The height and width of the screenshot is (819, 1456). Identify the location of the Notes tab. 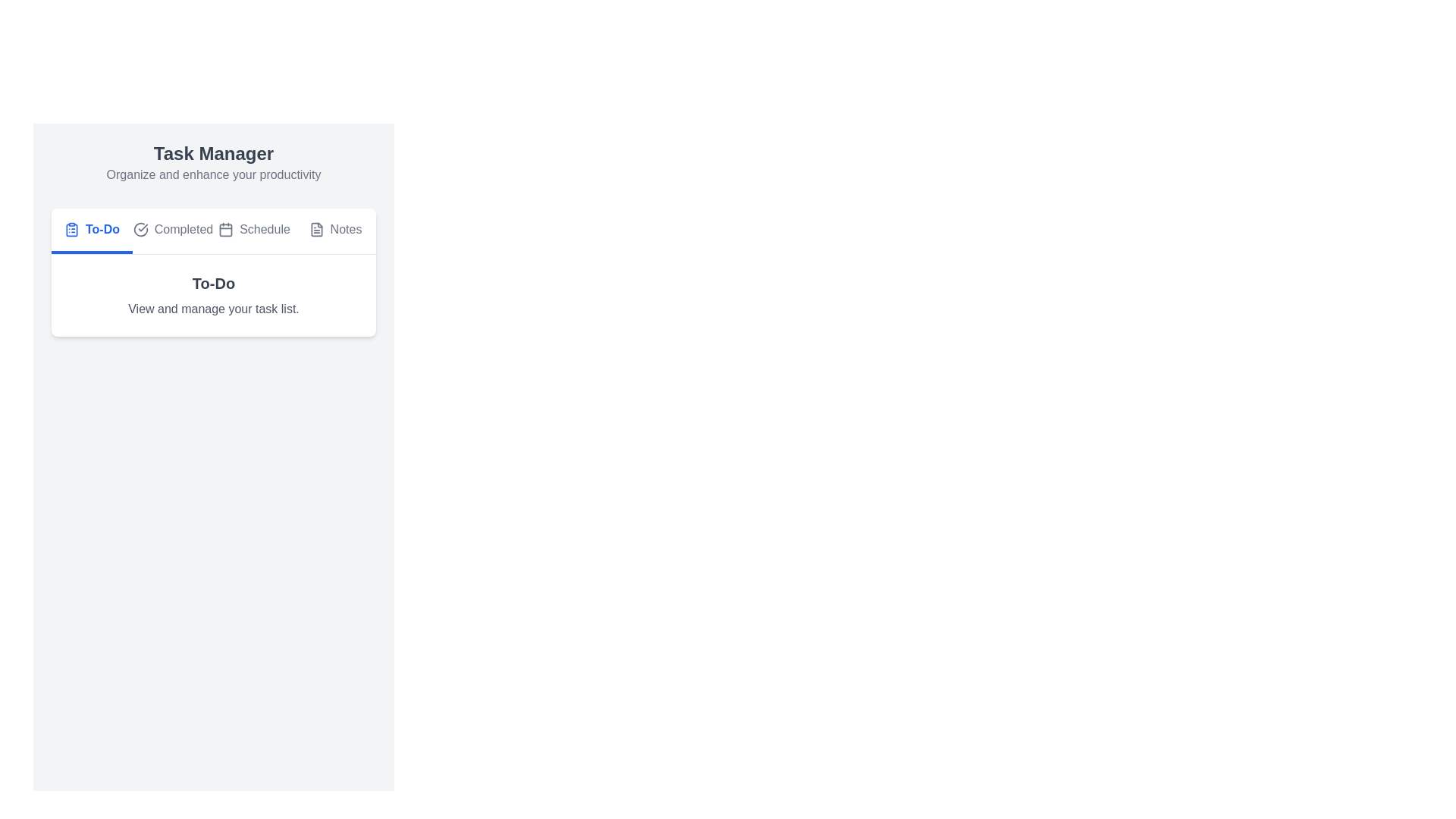
(334, 231).